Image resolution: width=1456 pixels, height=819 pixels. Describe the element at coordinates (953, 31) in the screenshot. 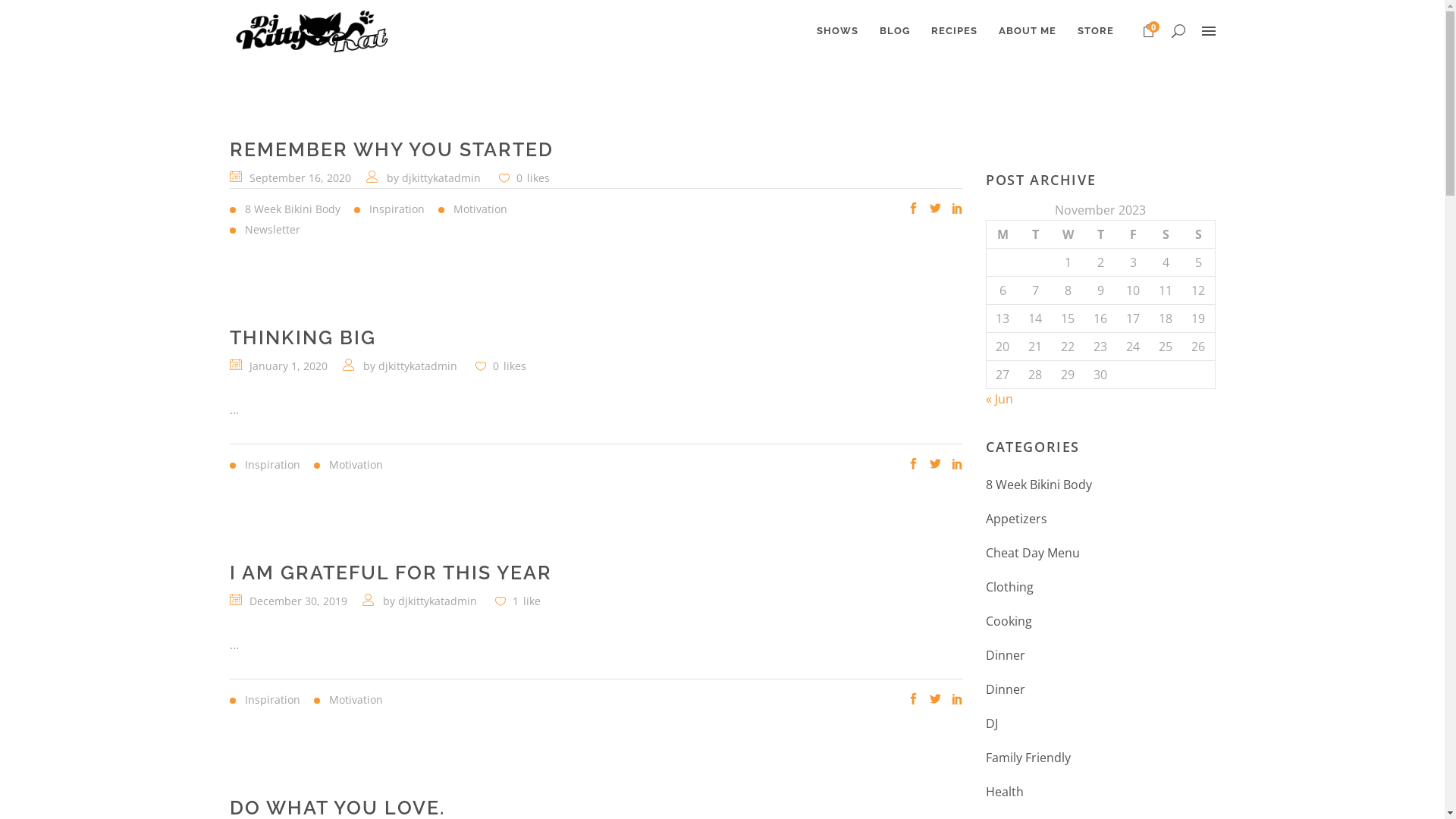

I see `'RECIPES'` at that location.